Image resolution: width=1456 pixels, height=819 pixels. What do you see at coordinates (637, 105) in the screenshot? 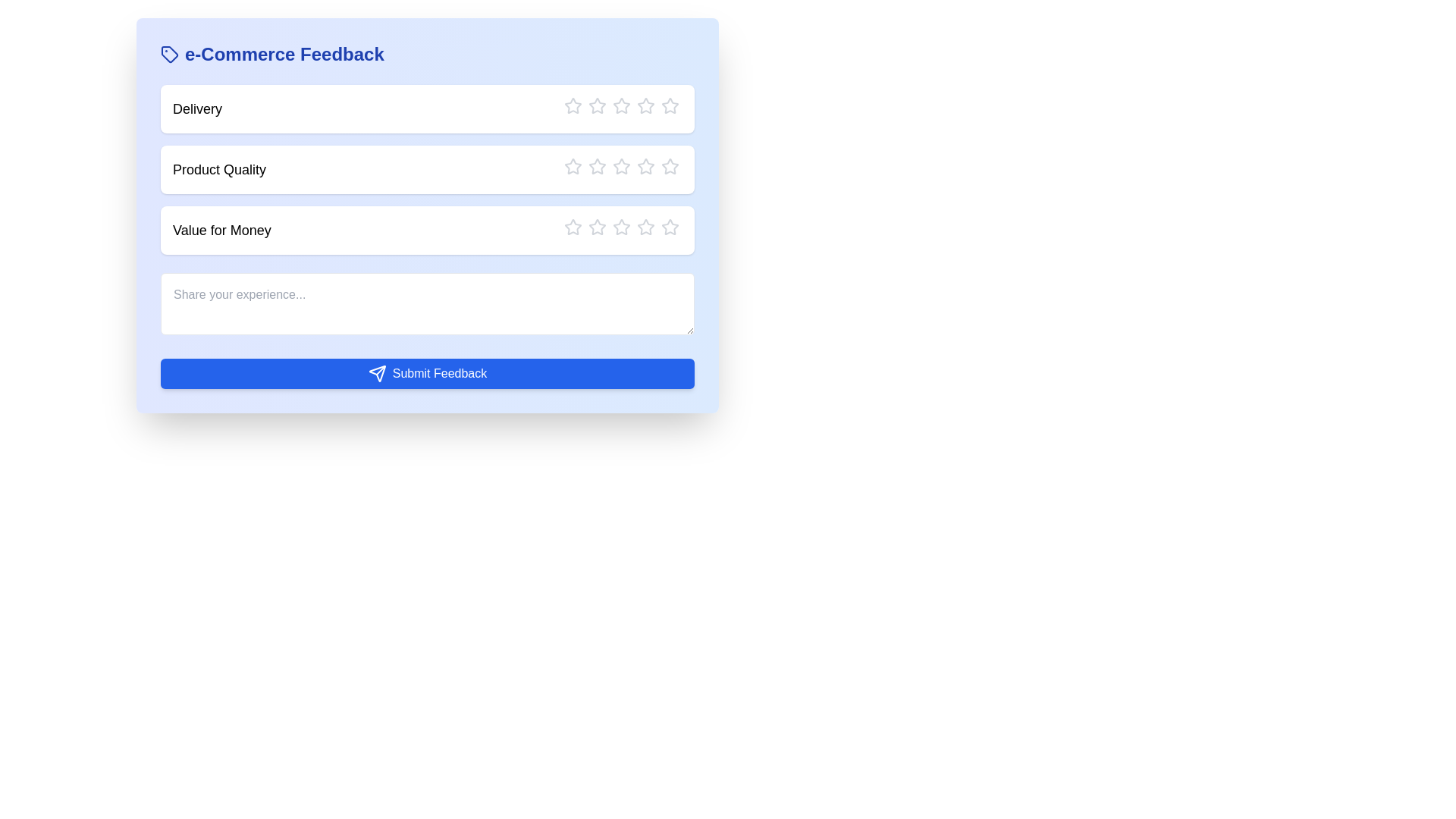
I see `the star corresponding to the rating 4 for the category Delivery` at bounding box center [637, 105].